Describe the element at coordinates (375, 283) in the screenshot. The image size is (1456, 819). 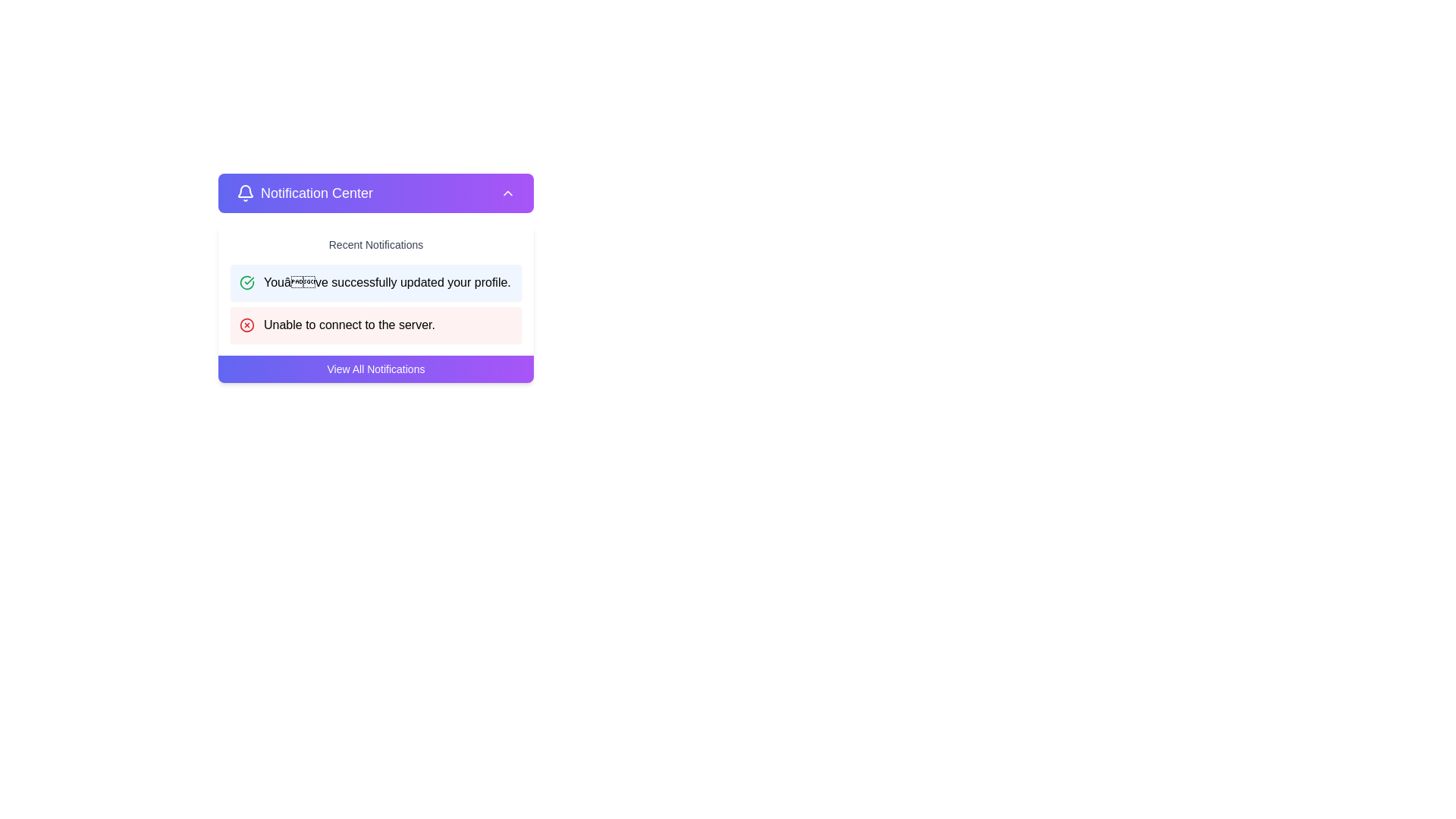
I see `the Notification banner with a blue background that states 'You’ve successfully updated your profile.'` at that location.